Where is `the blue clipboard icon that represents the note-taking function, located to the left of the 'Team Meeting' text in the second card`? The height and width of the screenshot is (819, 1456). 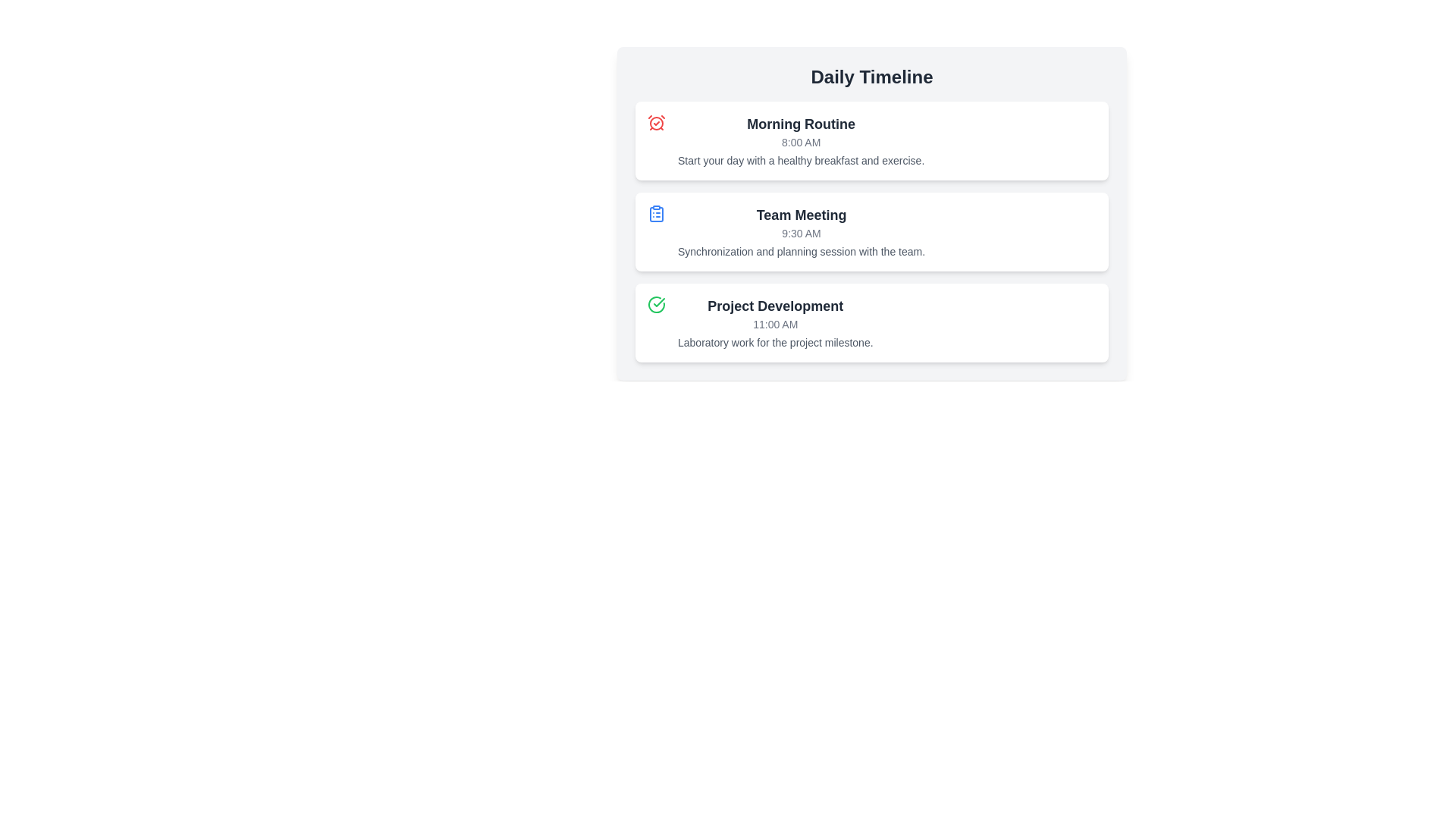
the blue clipboard icon that represents the note-taking function, located to the left of the 'Team Meeting' text in the second card is located at coordinates (656, 213).